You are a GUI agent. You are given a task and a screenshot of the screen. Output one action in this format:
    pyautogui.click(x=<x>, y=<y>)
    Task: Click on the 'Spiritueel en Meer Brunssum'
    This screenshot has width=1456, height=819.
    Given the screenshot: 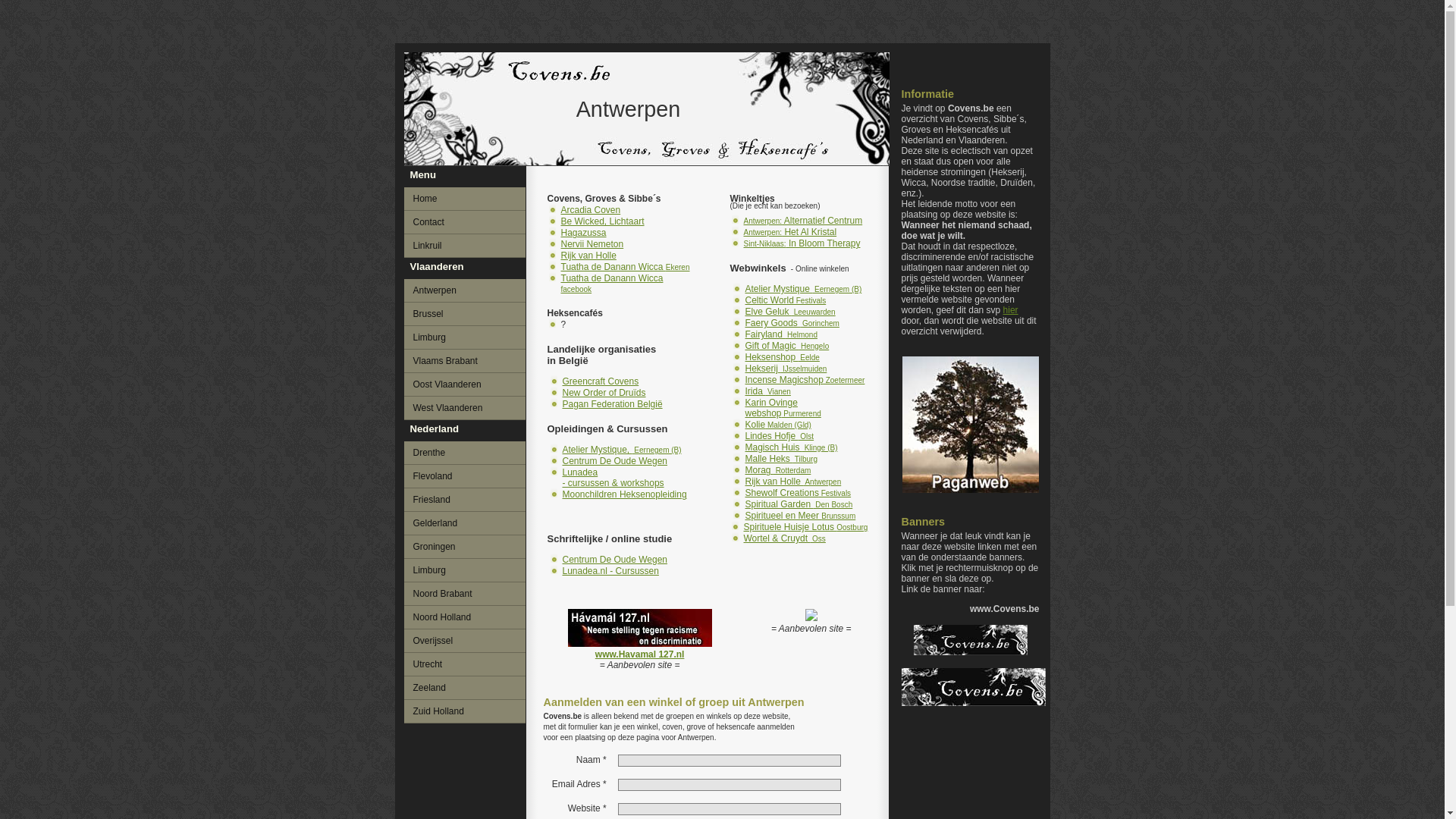 What is the action you would take?
    pyautogui.click(x=799, y=514)
    